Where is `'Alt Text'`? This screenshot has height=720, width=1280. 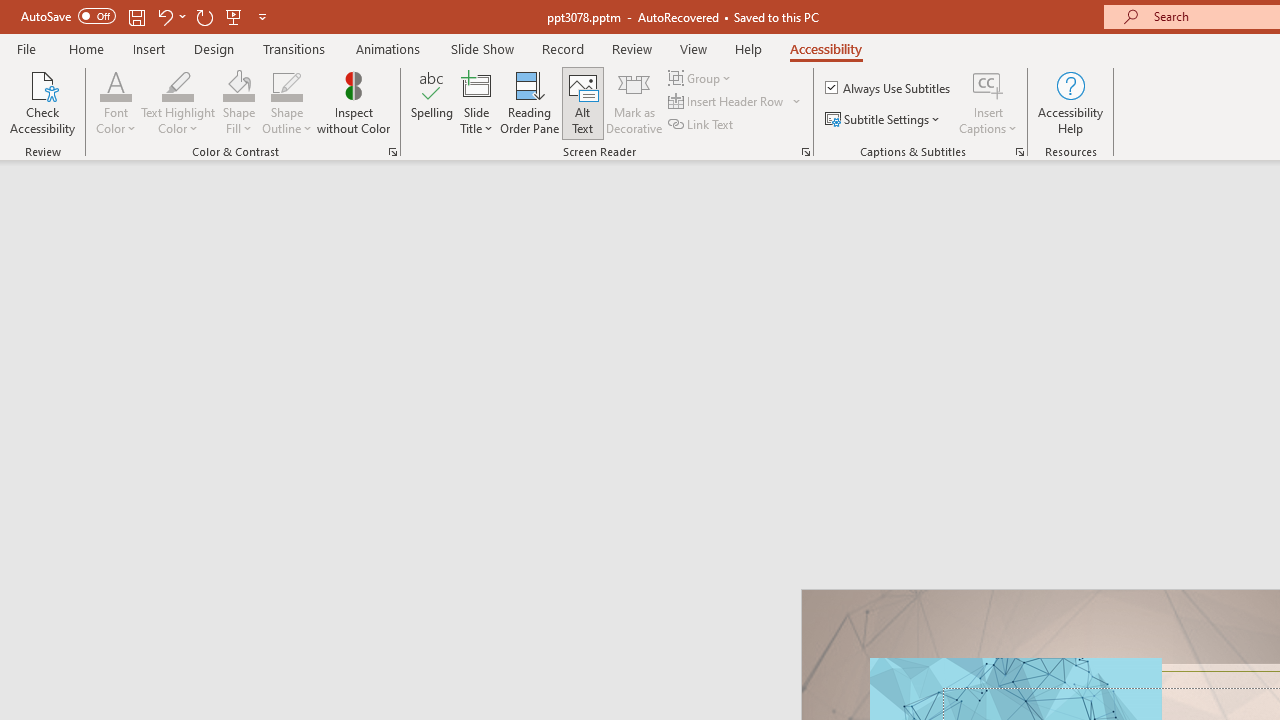
'Alt Text' is located at coordinates (582, 103).